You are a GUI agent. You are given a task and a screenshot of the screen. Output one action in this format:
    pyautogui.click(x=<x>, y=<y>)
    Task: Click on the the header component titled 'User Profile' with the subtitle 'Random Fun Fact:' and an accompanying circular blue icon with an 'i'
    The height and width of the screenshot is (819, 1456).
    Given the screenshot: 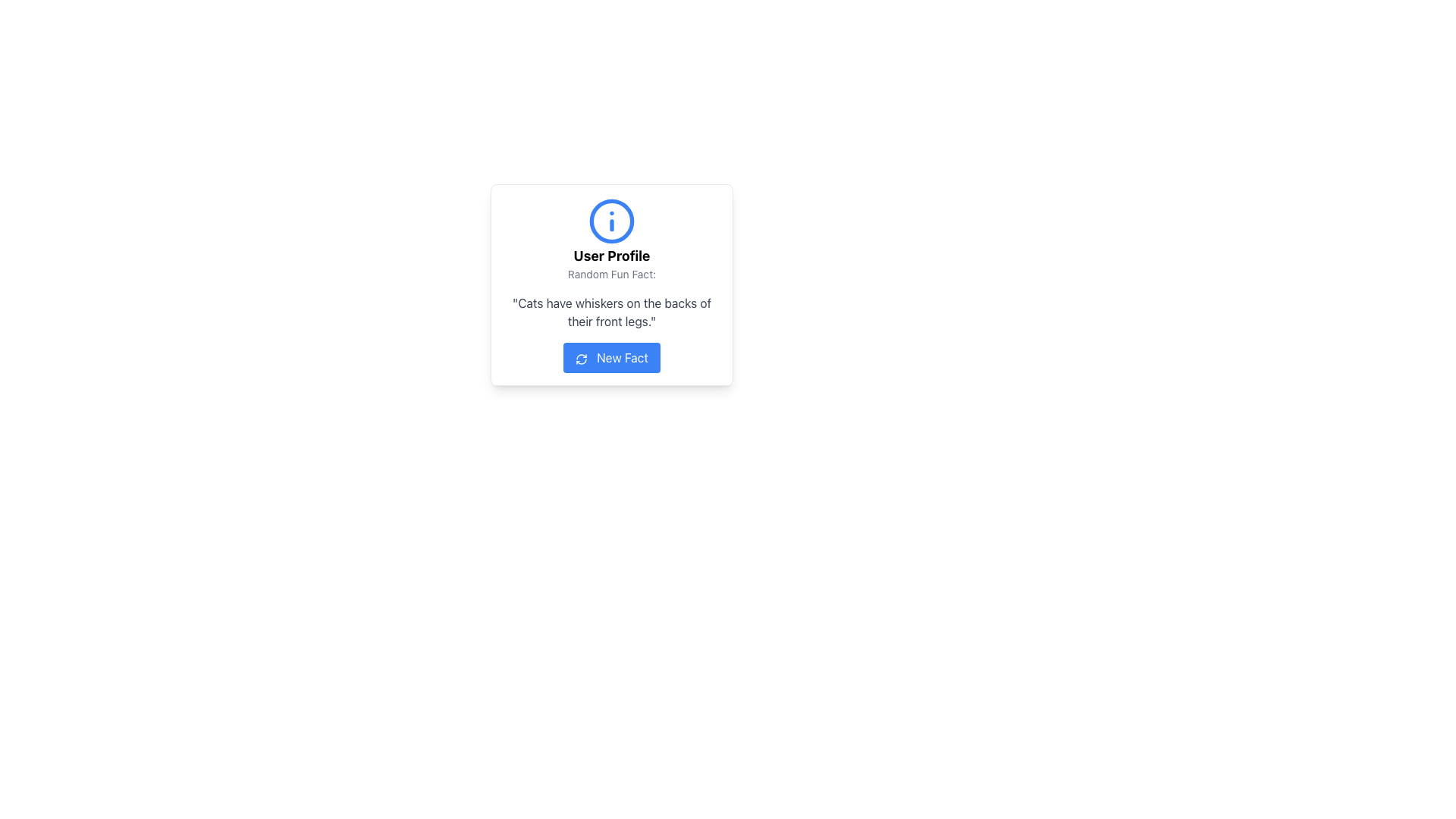 What is the action you would take?
    pyautogui.click(x=611, y=239)
    